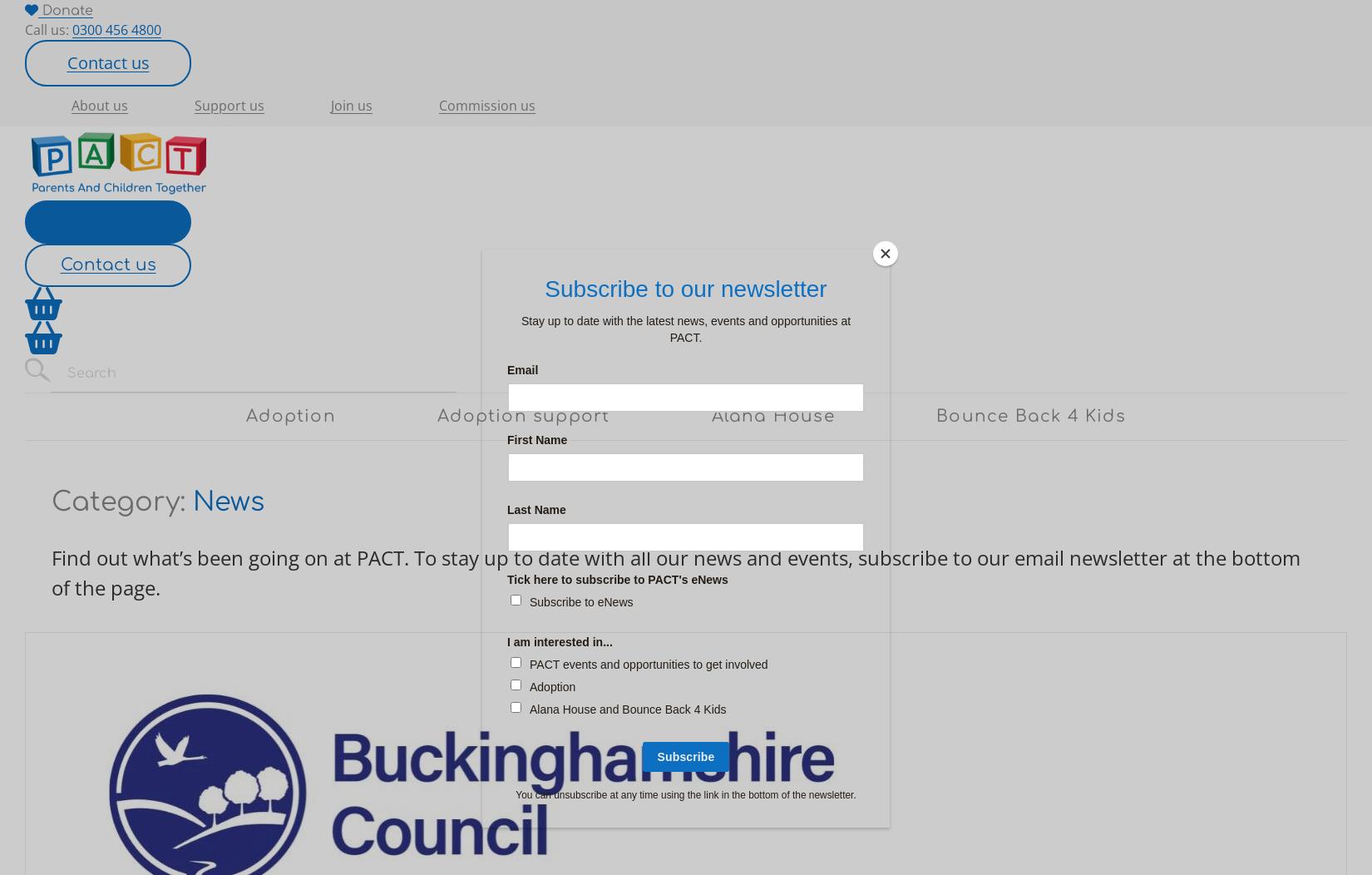 Image resolution: width=1372 pixels, height=875 pixels. I want to click on '0300 456 4800', so click(72, 29).